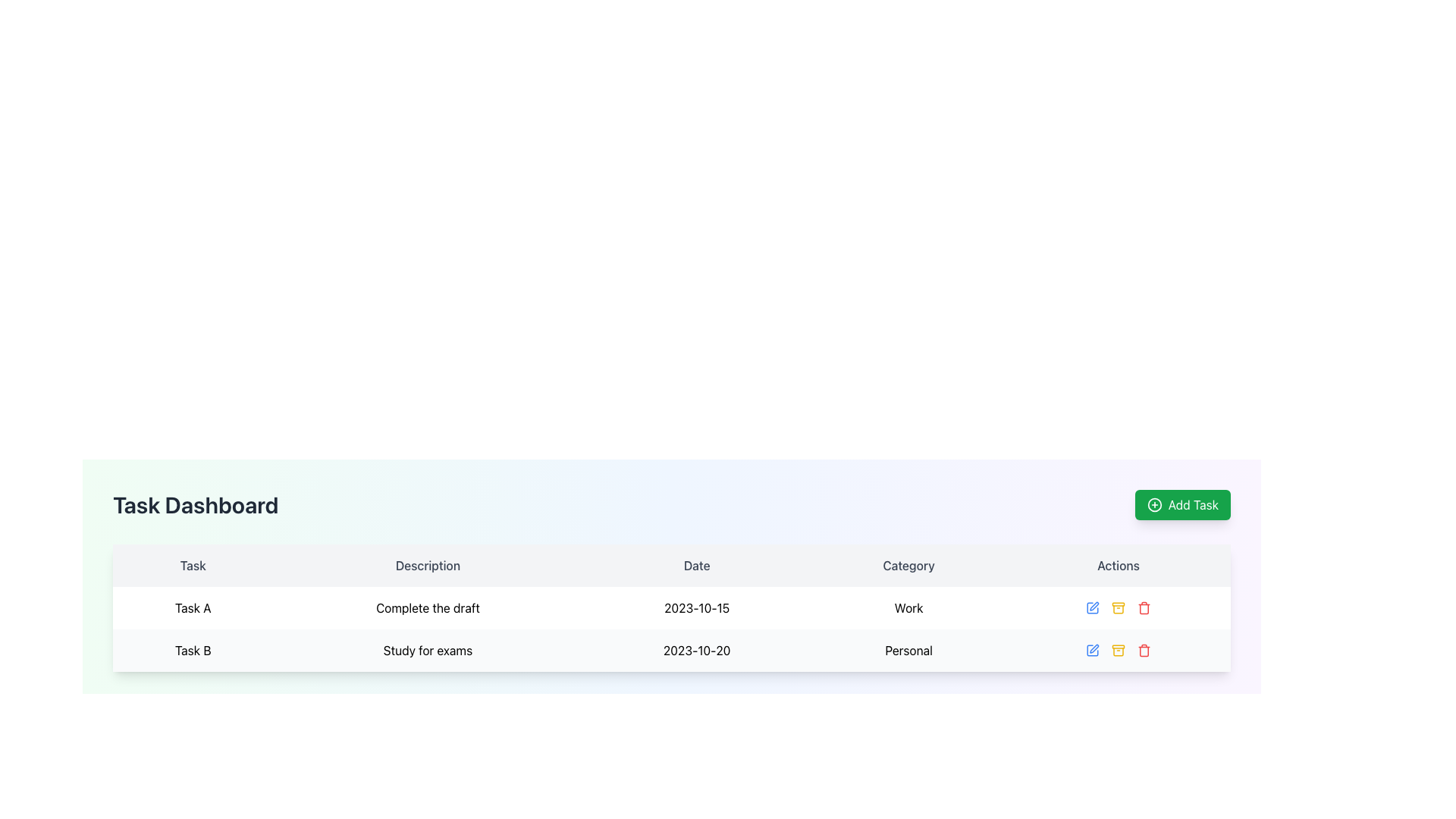 This screenshot has height=819, width=1456. Describe the element at coordinates (1119, 649) in the screenshot. I see `the yellow archive box icon located in the Actions column of the second row in the task table to archive the task` at that location.